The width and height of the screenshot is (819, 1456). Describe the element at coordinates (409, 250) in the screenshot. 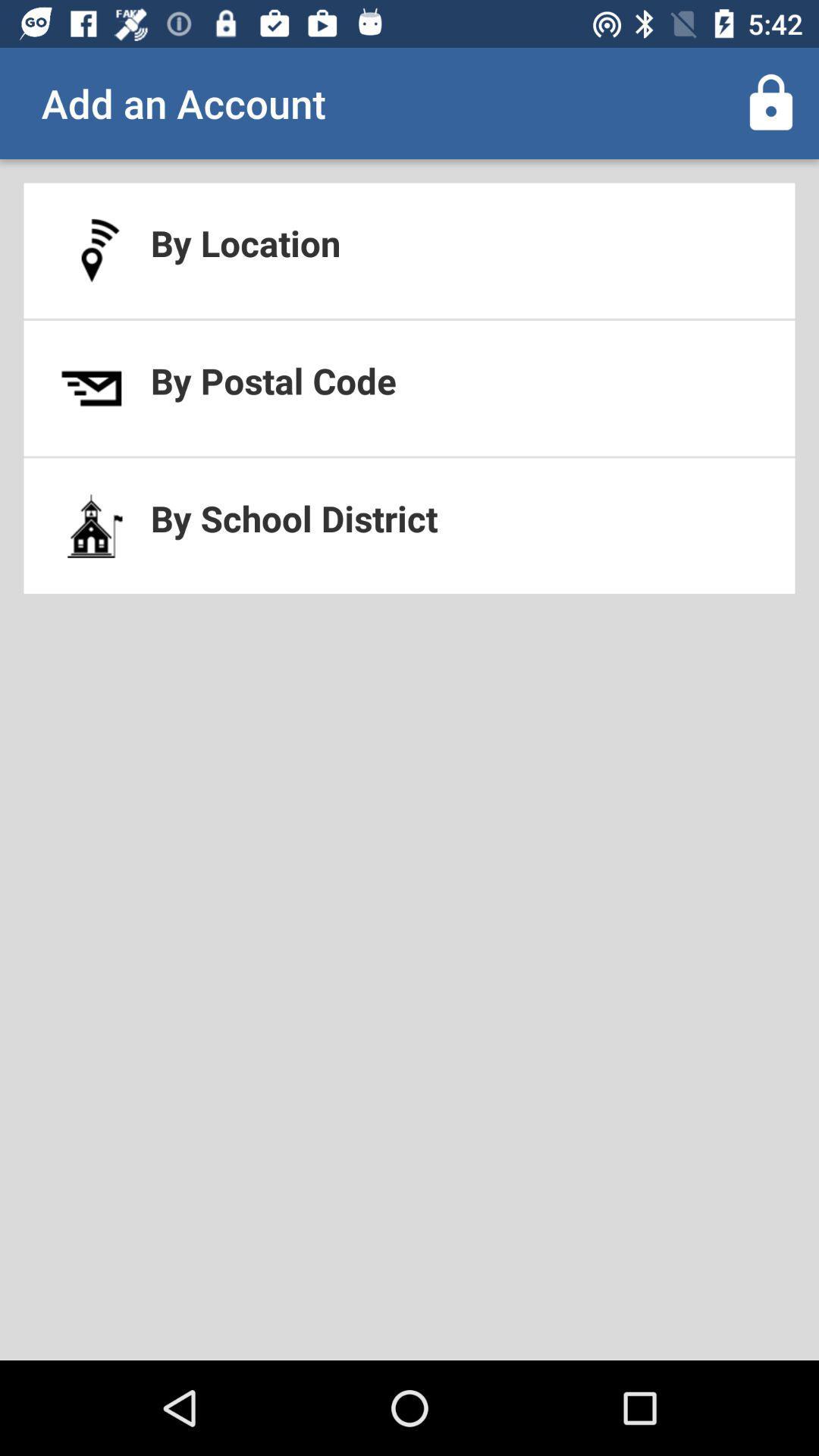

I see `item above    by postal code icon` at that location.